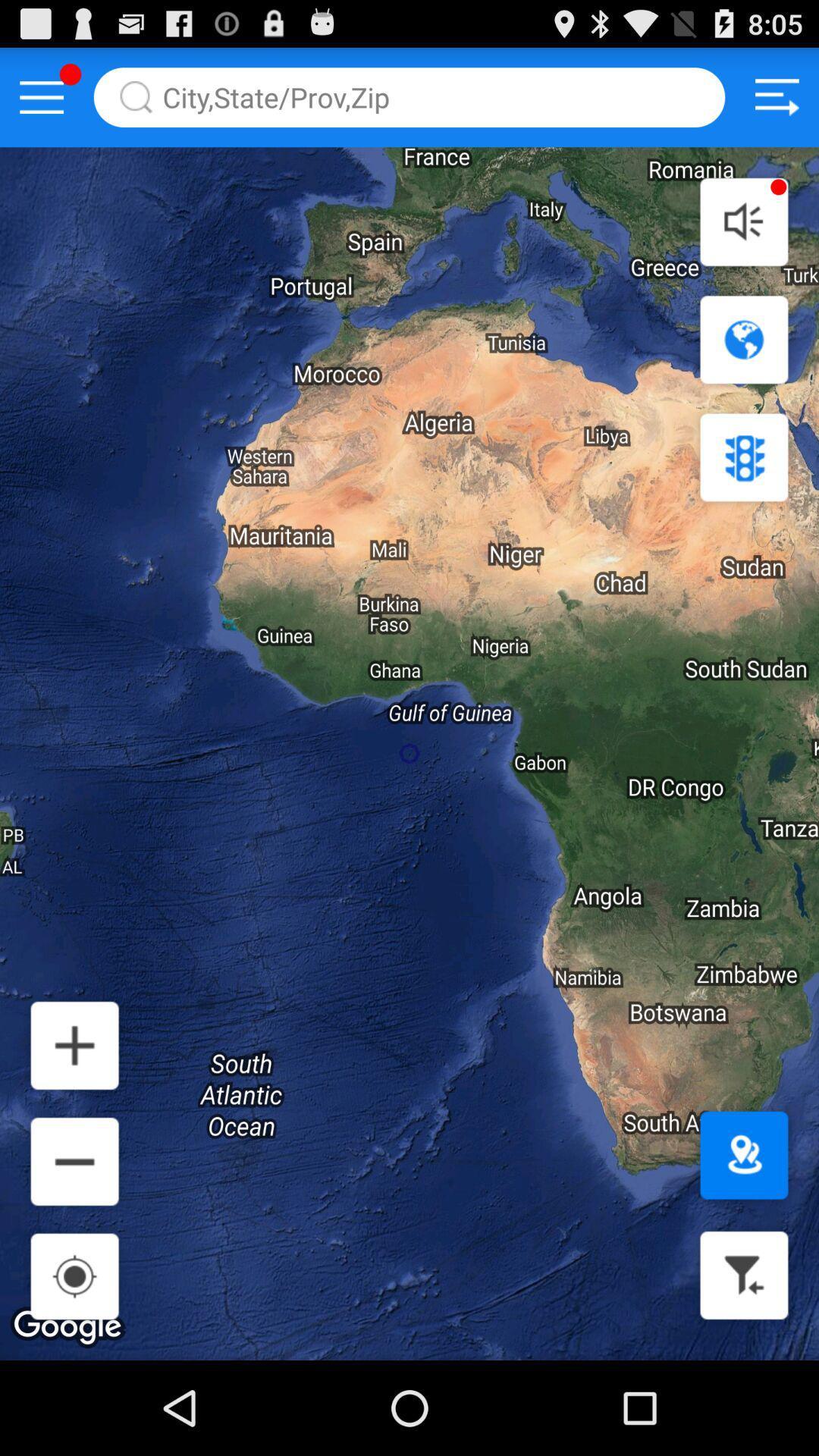 Image resolution: width=819 pixels, height=1456 pixels. Describe the element at coordinates (41, 103) in the screenshot. I see `the menu icon` at that location.